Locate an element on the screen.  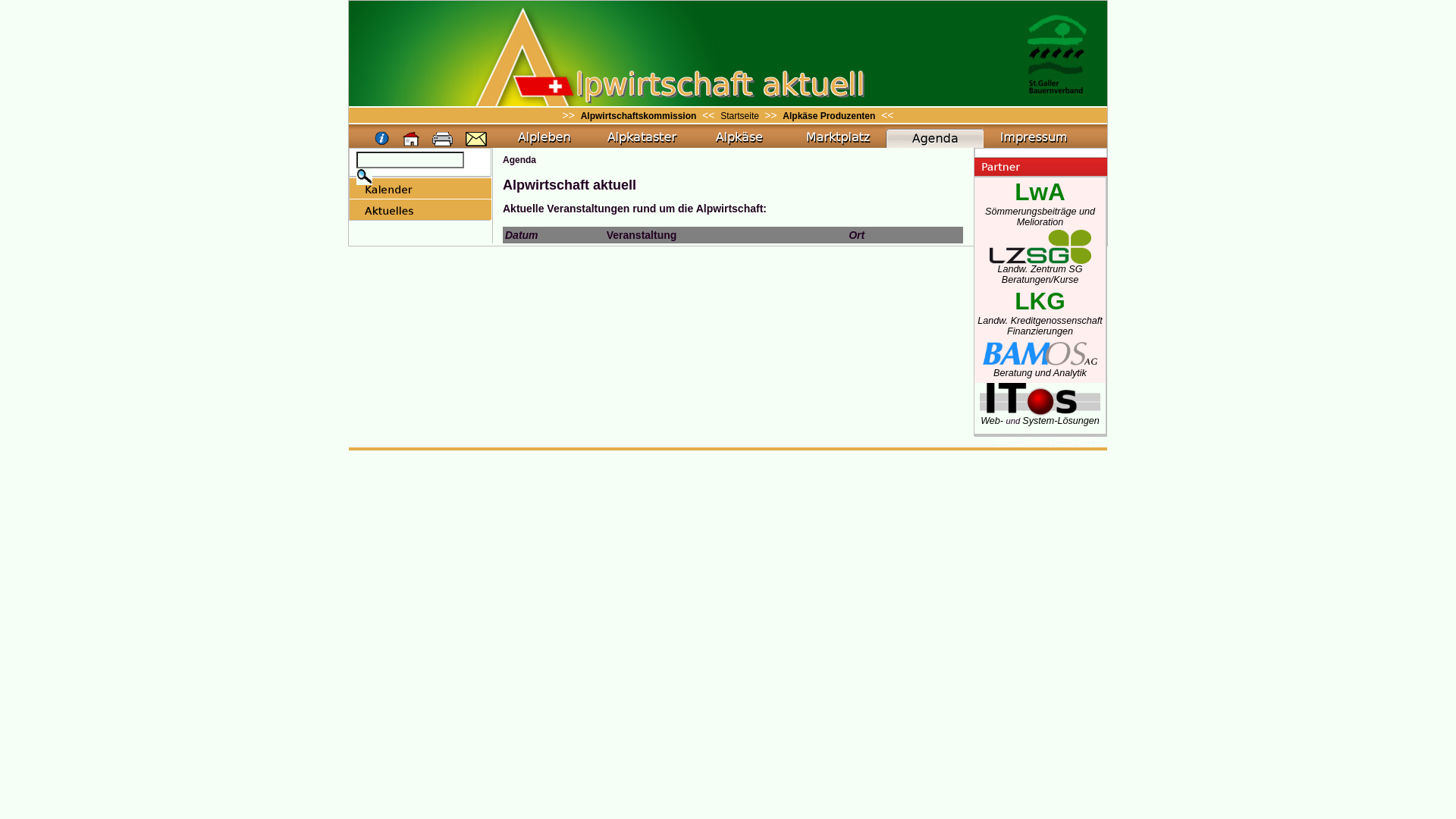
'Alpwirtschaftskommission' is located at coordinates (639, 115).